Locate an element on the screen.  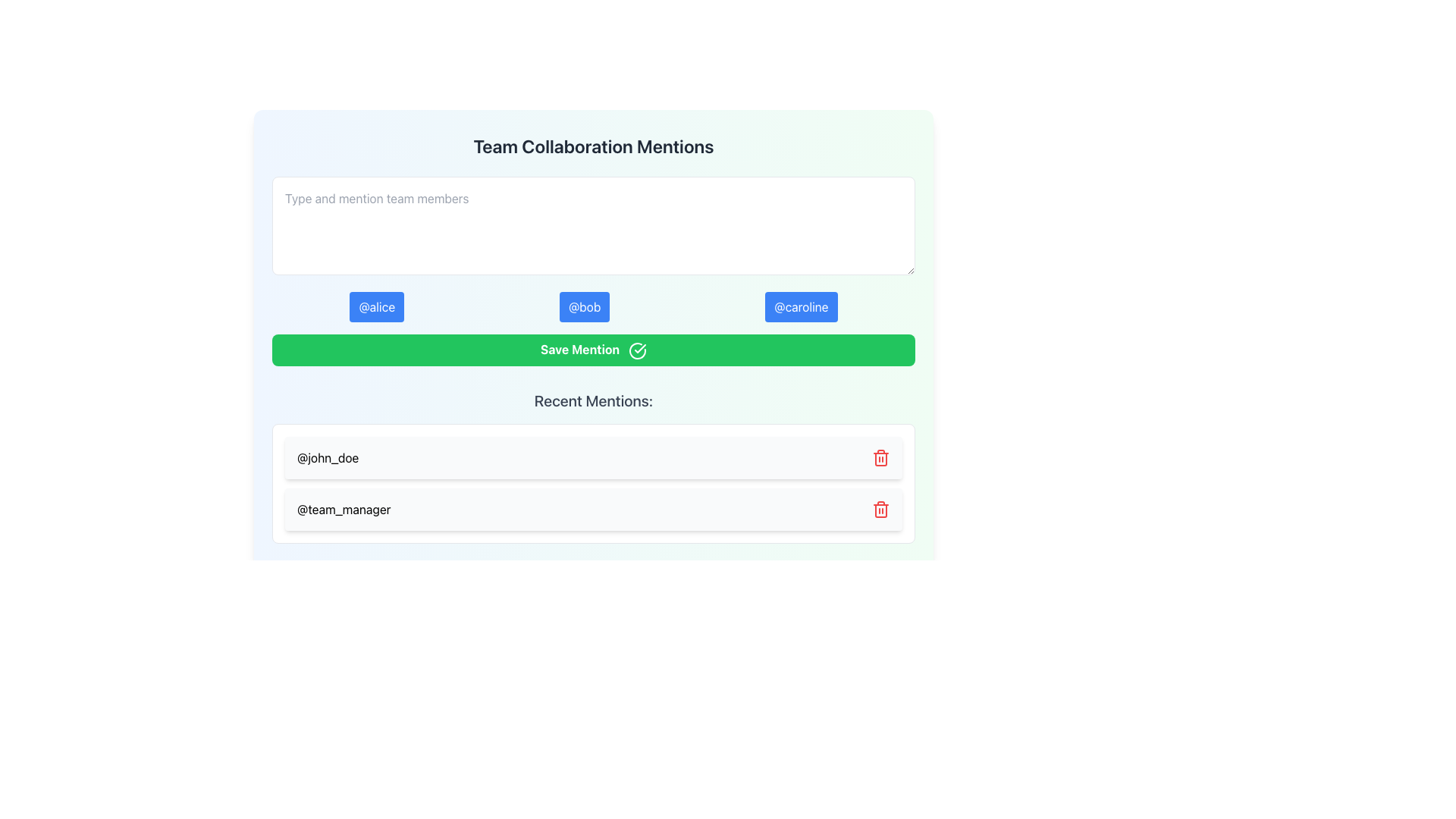
the second blue button that activates functionality related to the mention '@bob' is located at coordinates (592, 307).